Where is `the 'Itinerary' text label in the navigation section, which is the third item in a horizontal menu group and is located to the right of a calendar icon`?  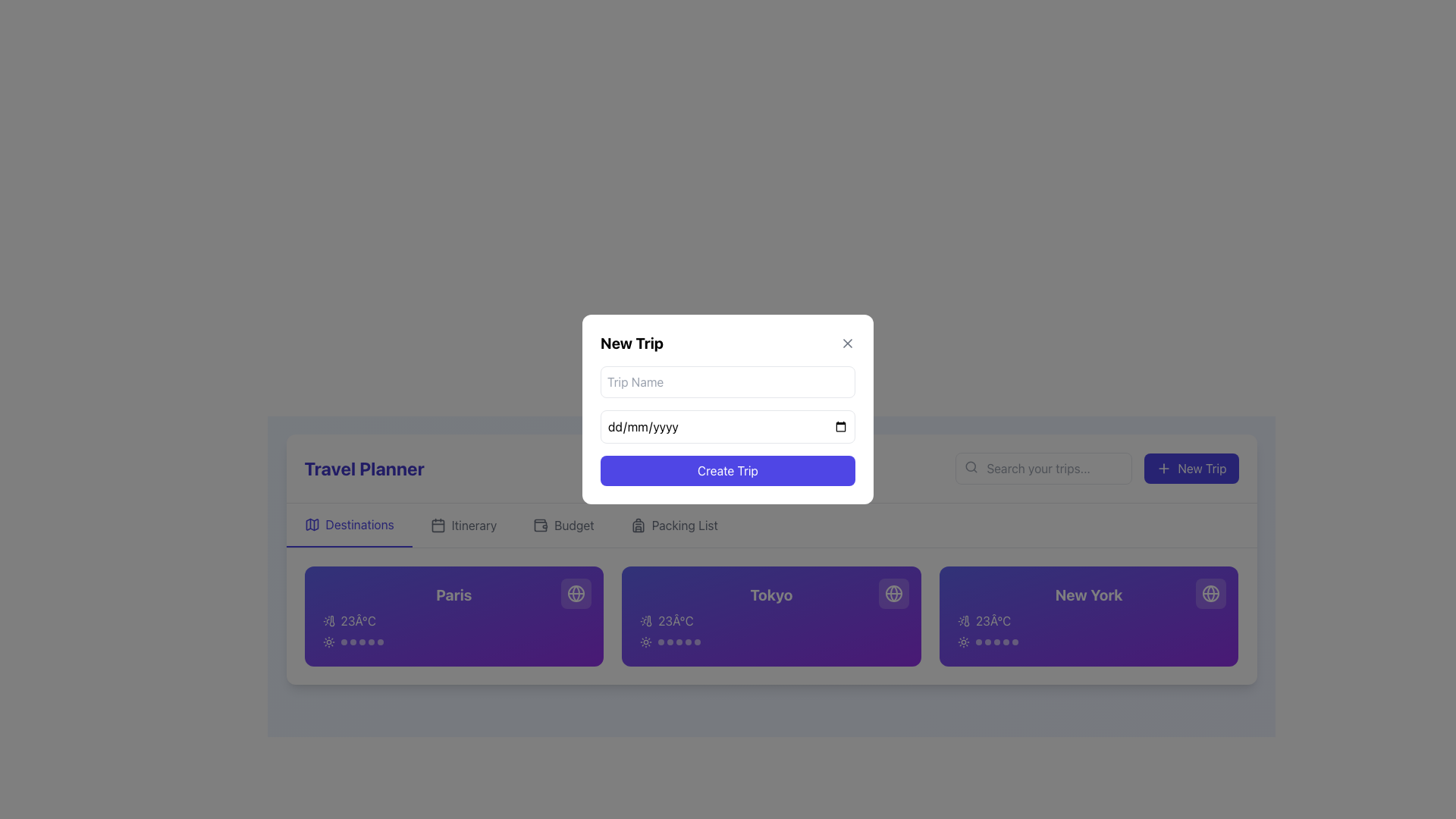
the 'Itinerary' text label in the navigation section, which is the third item in a horizontal menu group and is located to the right of a calendar icon is located at coordinates (473, 525).